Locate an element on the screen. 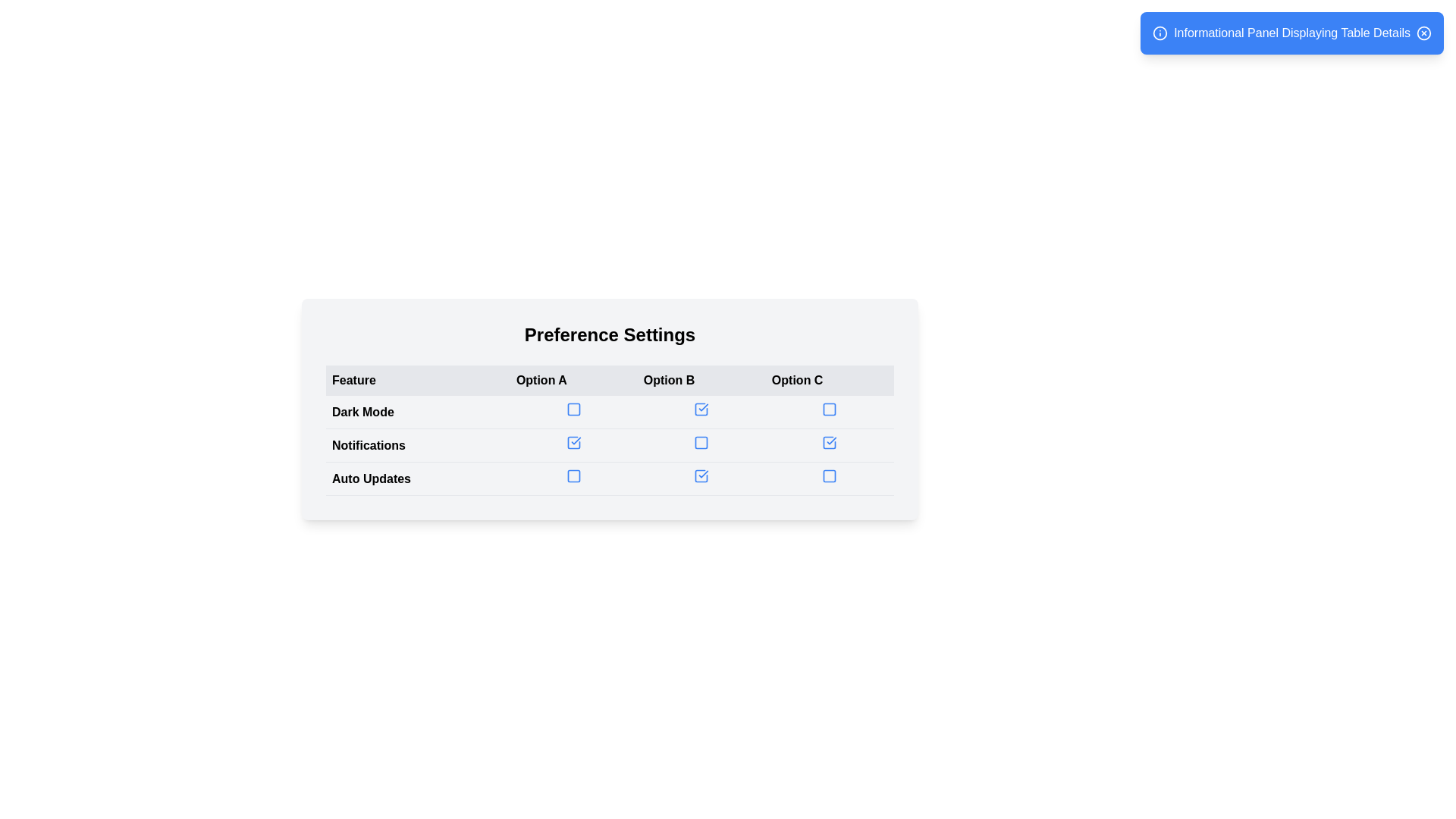  the checkbox styled with a blue outline in the 'Auto Updates' row under the 'Option C' column is located at coordinates (829, 479).